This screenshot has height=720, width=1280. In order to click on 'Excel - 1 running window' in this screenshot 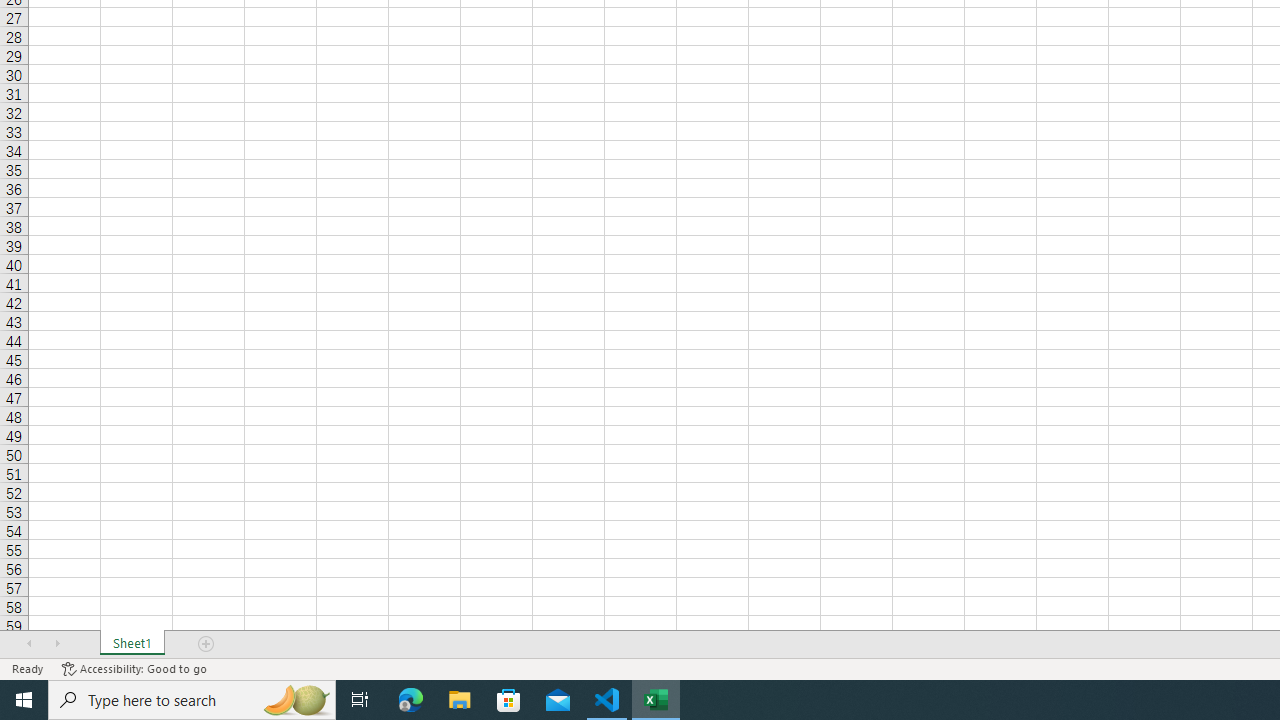, I will do `click(656, 698)`.